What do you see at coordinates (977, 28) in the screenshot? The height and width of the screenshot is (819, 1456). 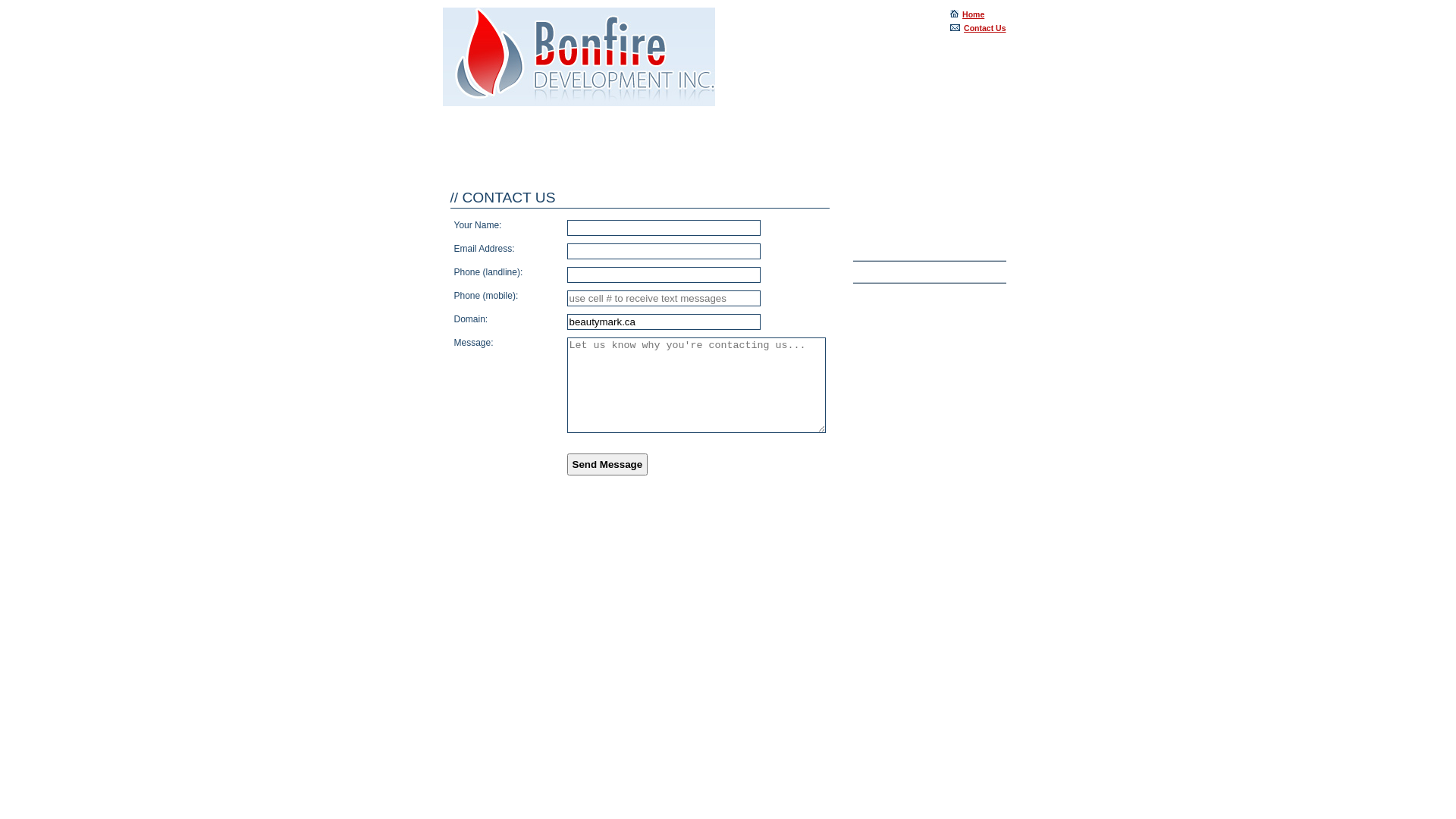 I see `'Contact Us'` at bounding box center [977, 28].